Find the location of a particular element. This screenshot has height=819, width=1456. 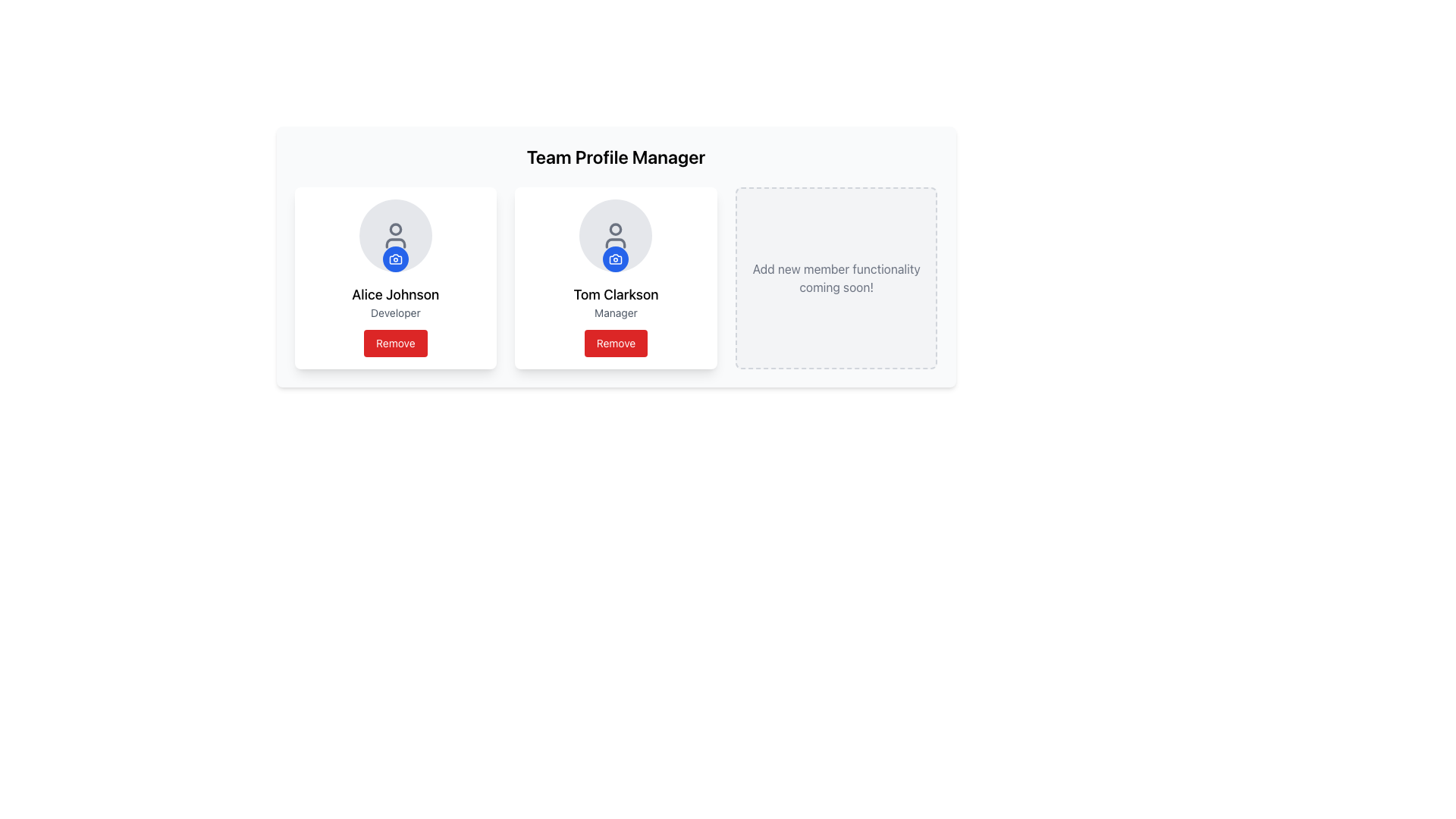

the button located at the bottom of the card displaying 'Tom Clarkson', which serves is located at coordinates (616, 343).